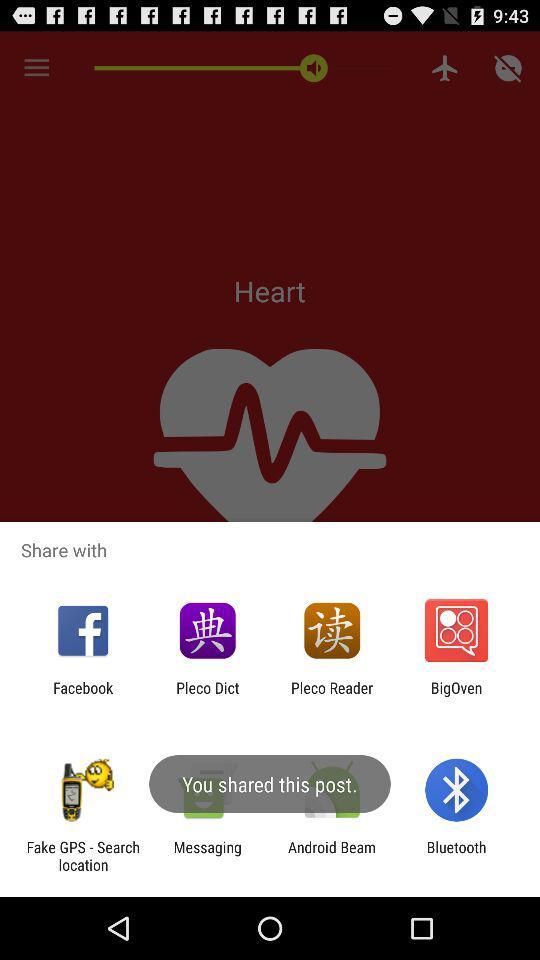 The width and height of the screenshot is (540, 960). Describe the element at coordinates (206, 855) in the screenshot. I see `the icon to the right of fake gps search item` at that location.